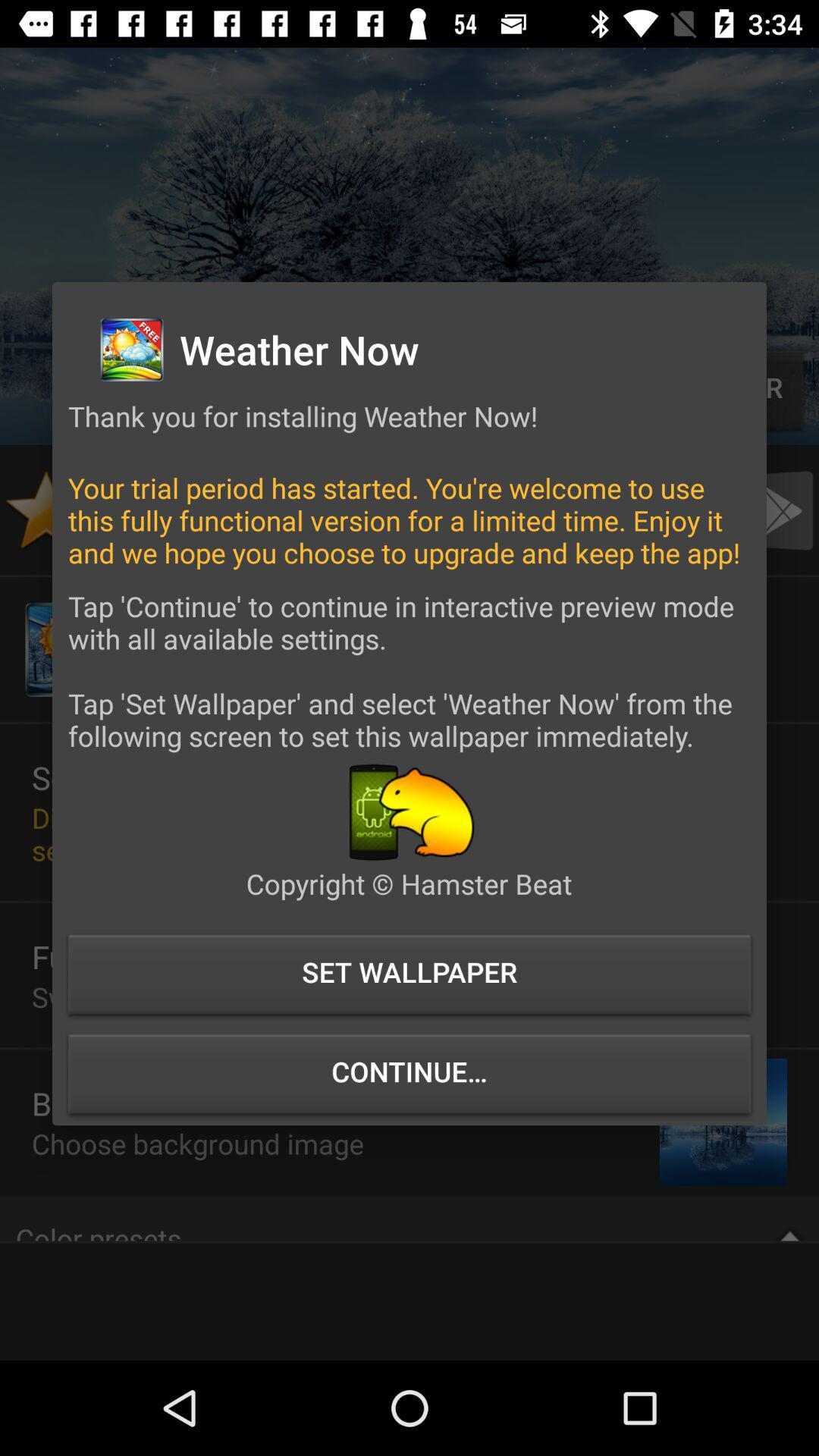 This screenshot has height=1456, width=819. What do you see at coordinates (408, 811) in the screenshot?
I see `shows bear icon` at bounding box center [408, 811].